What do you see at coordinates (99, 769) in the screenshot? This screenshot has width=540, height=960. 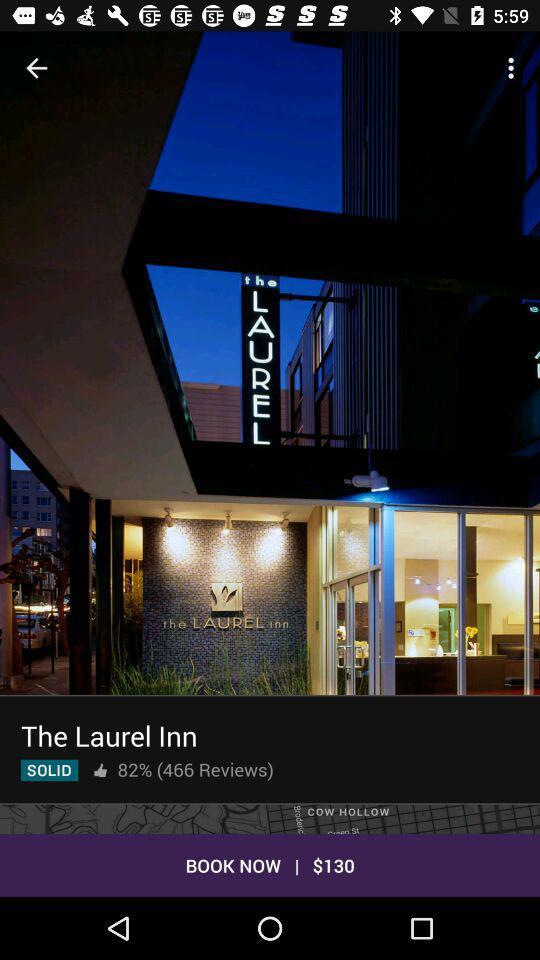 I see `item below the laurel inn icon` at bounding box center [99, 769].